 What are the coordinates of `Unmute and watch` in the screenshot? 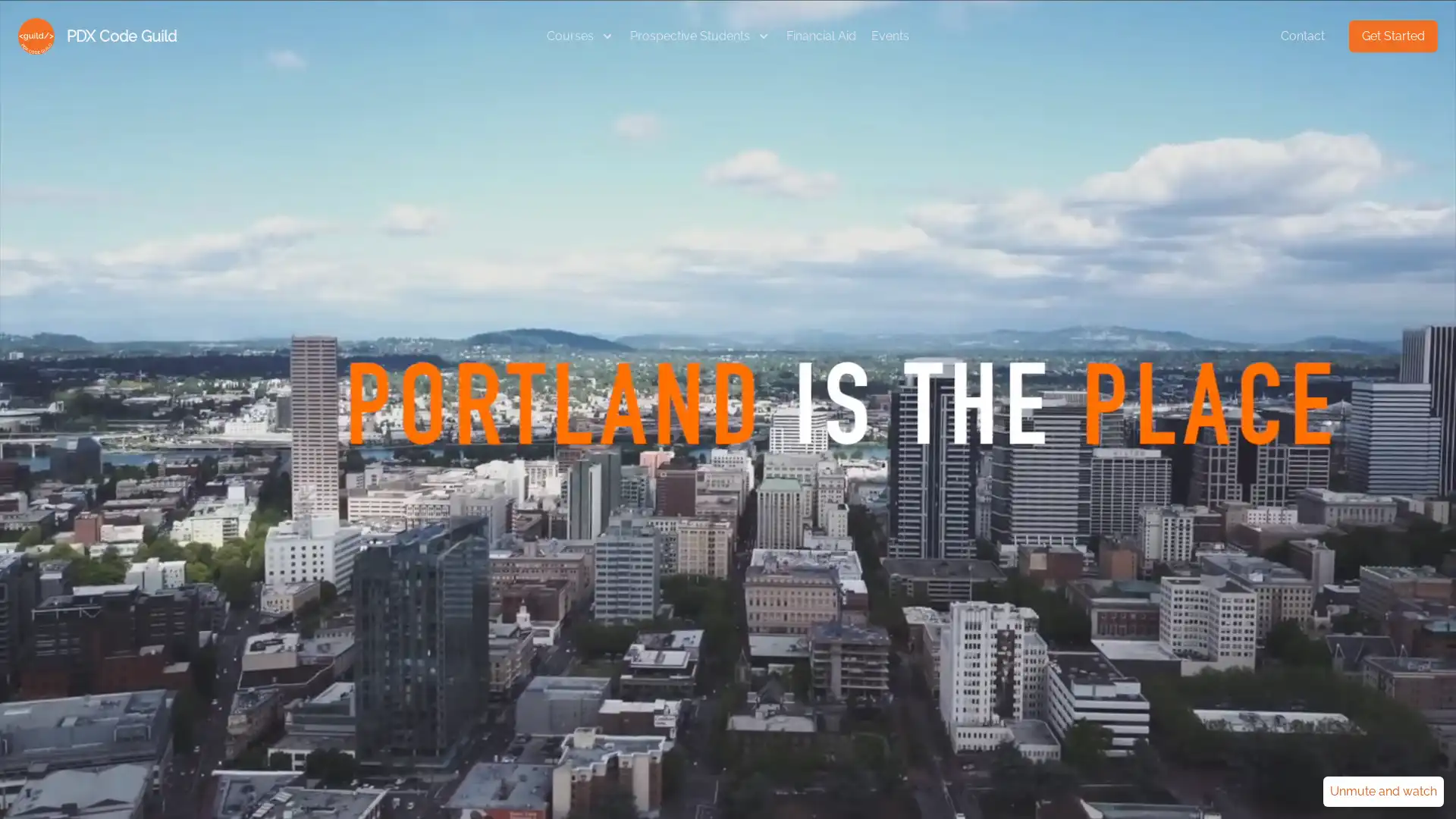 It's located at (1383, 791).